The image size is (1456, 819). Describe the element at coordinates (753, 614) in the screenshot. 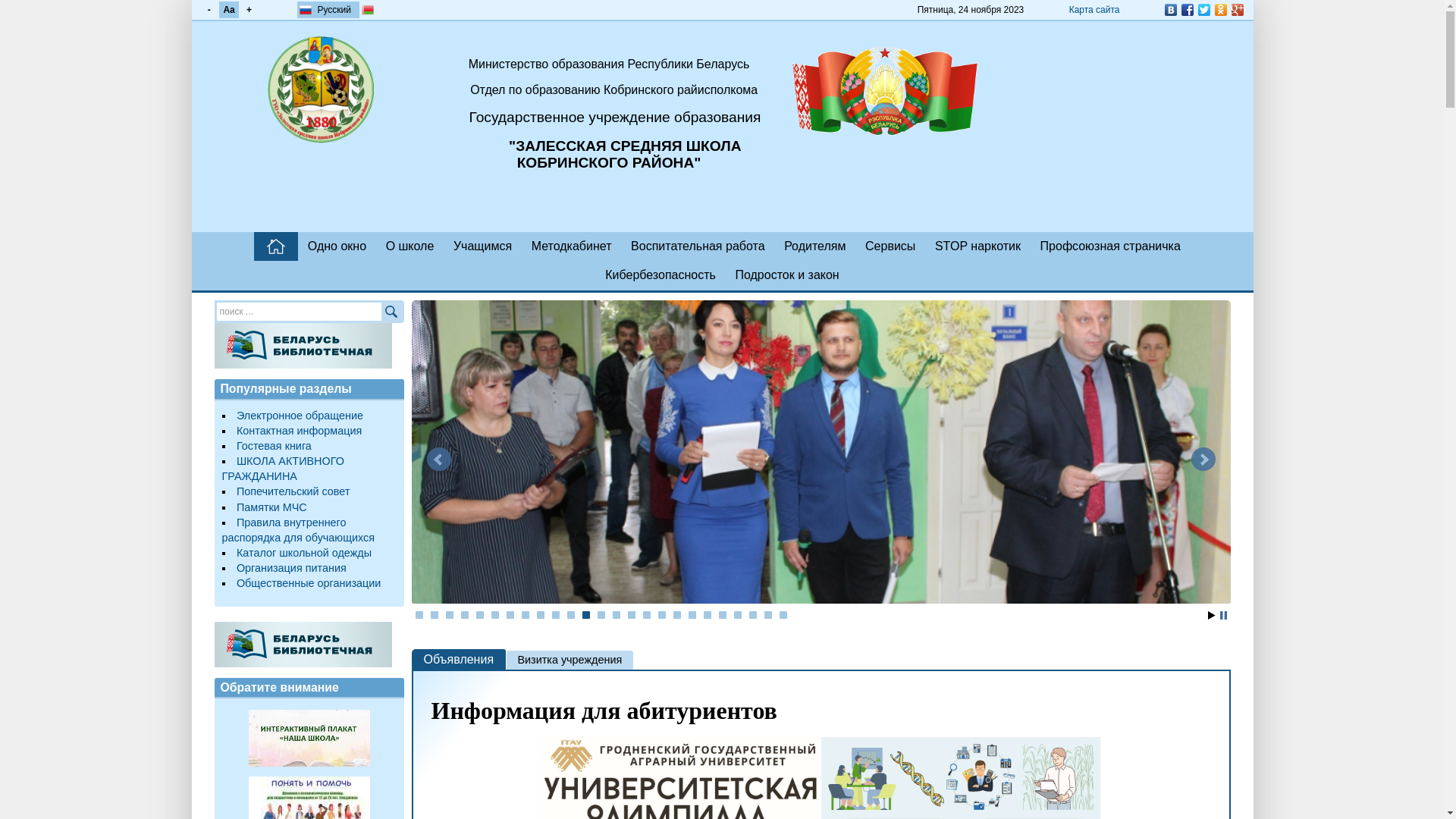

I see `'23'` at that location.